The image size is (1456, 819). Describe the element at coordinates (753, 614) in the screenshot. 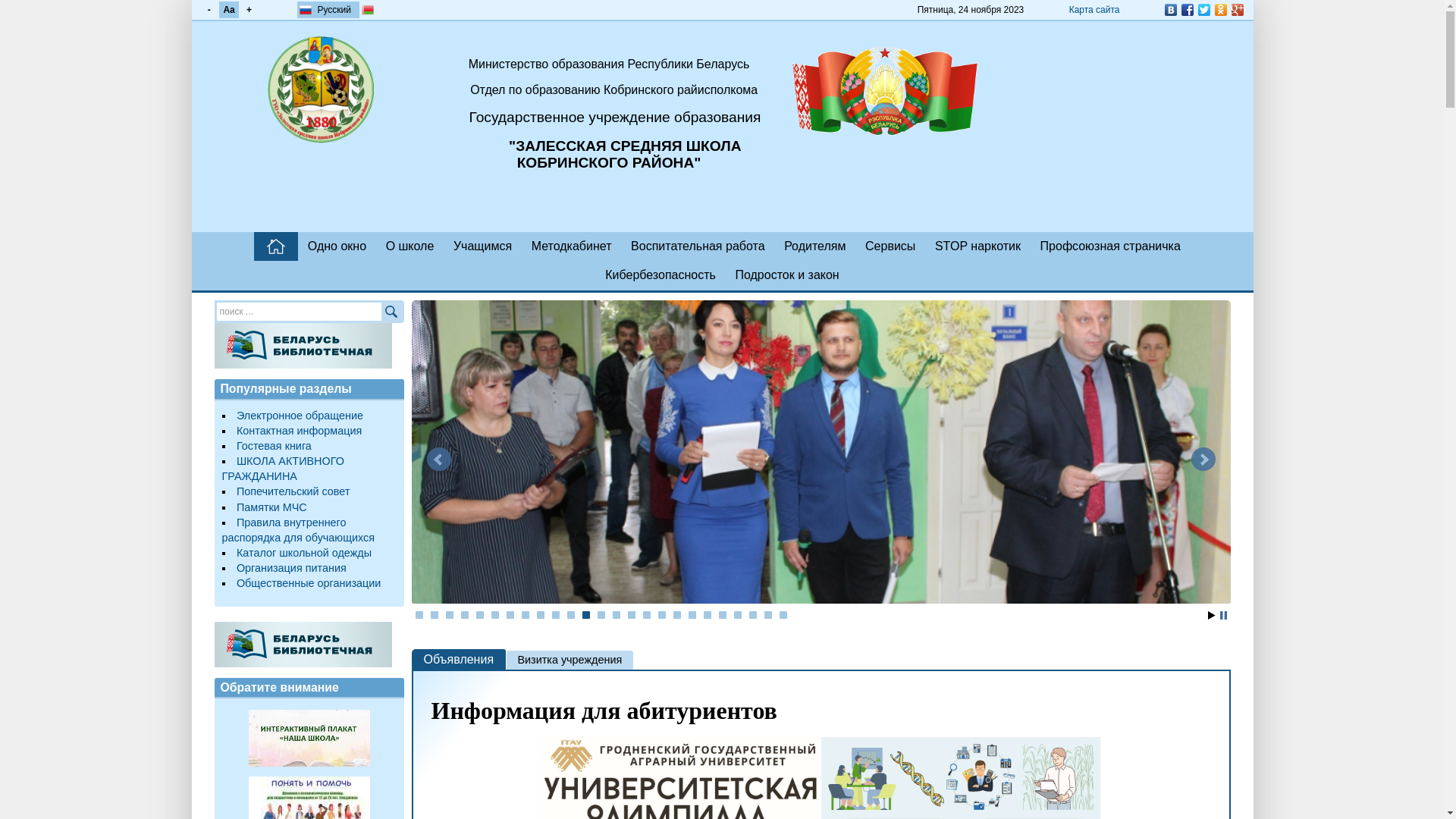

I see `'23'` at that location.